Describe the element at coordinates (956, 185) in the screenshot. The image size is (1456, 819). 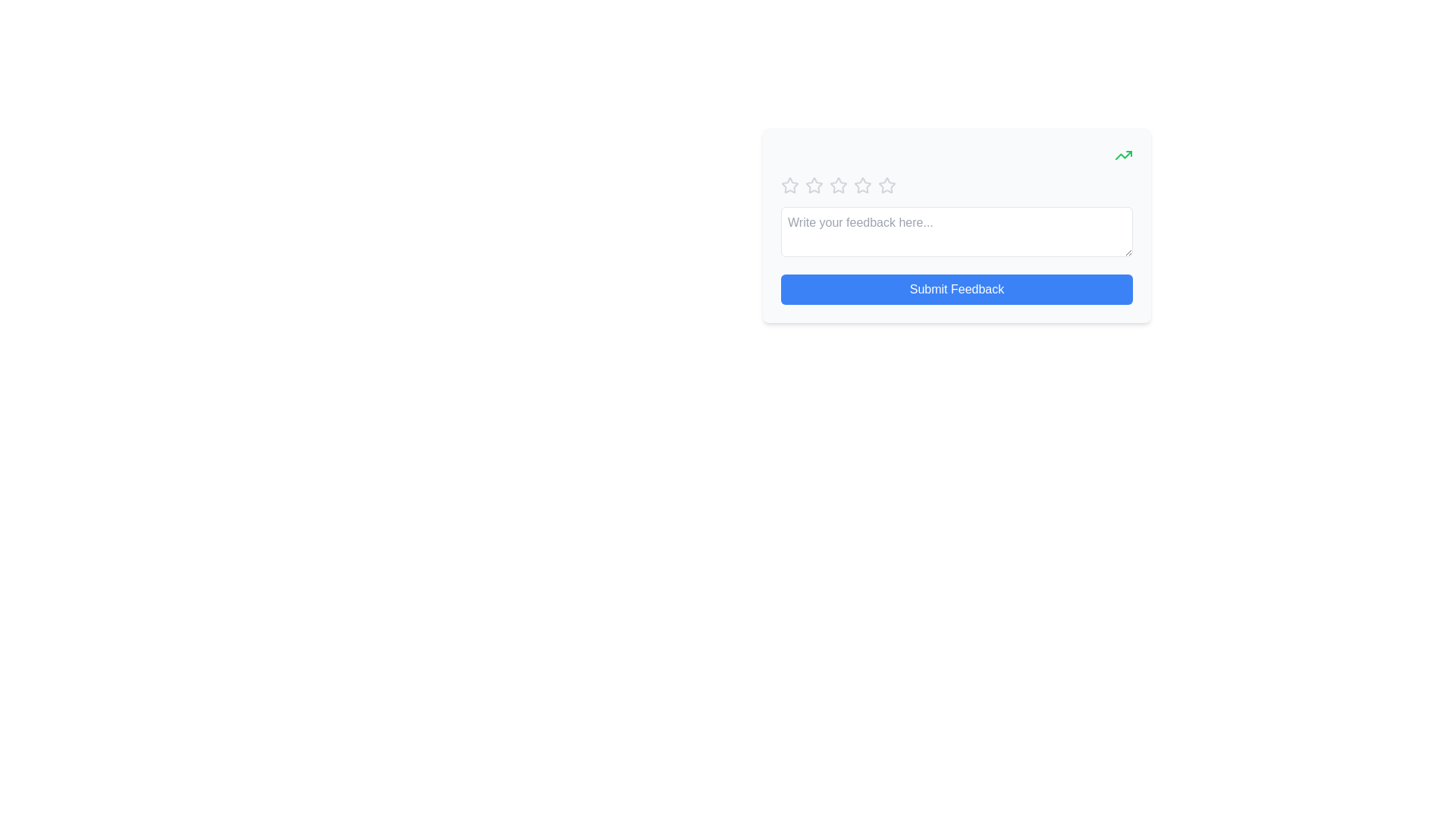
I see `the second star of the interactive rating component` at that location.